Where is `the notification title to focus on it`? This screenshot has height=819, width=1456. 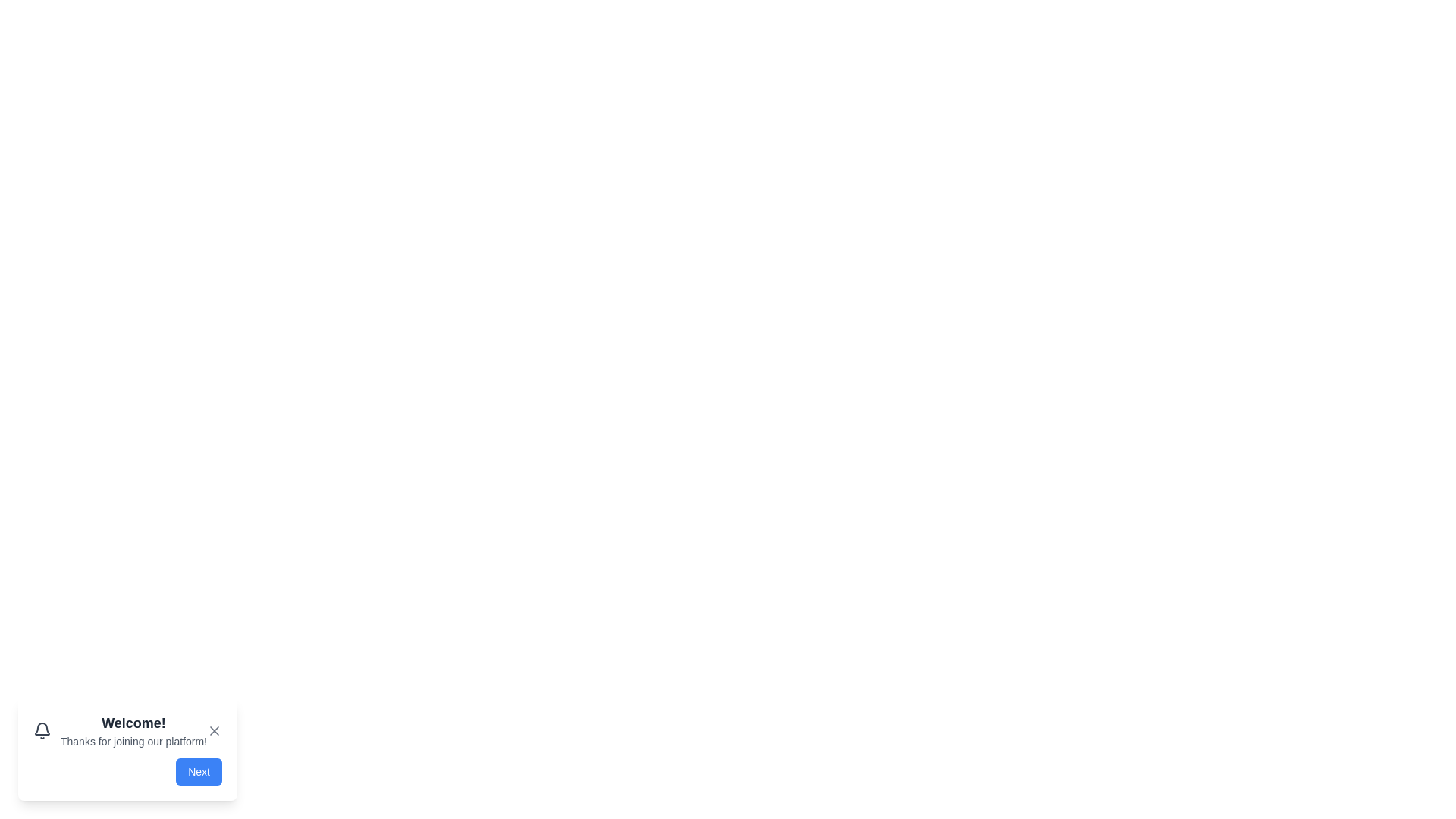
the notification title to focus on it is located at coordinates (133, 722).